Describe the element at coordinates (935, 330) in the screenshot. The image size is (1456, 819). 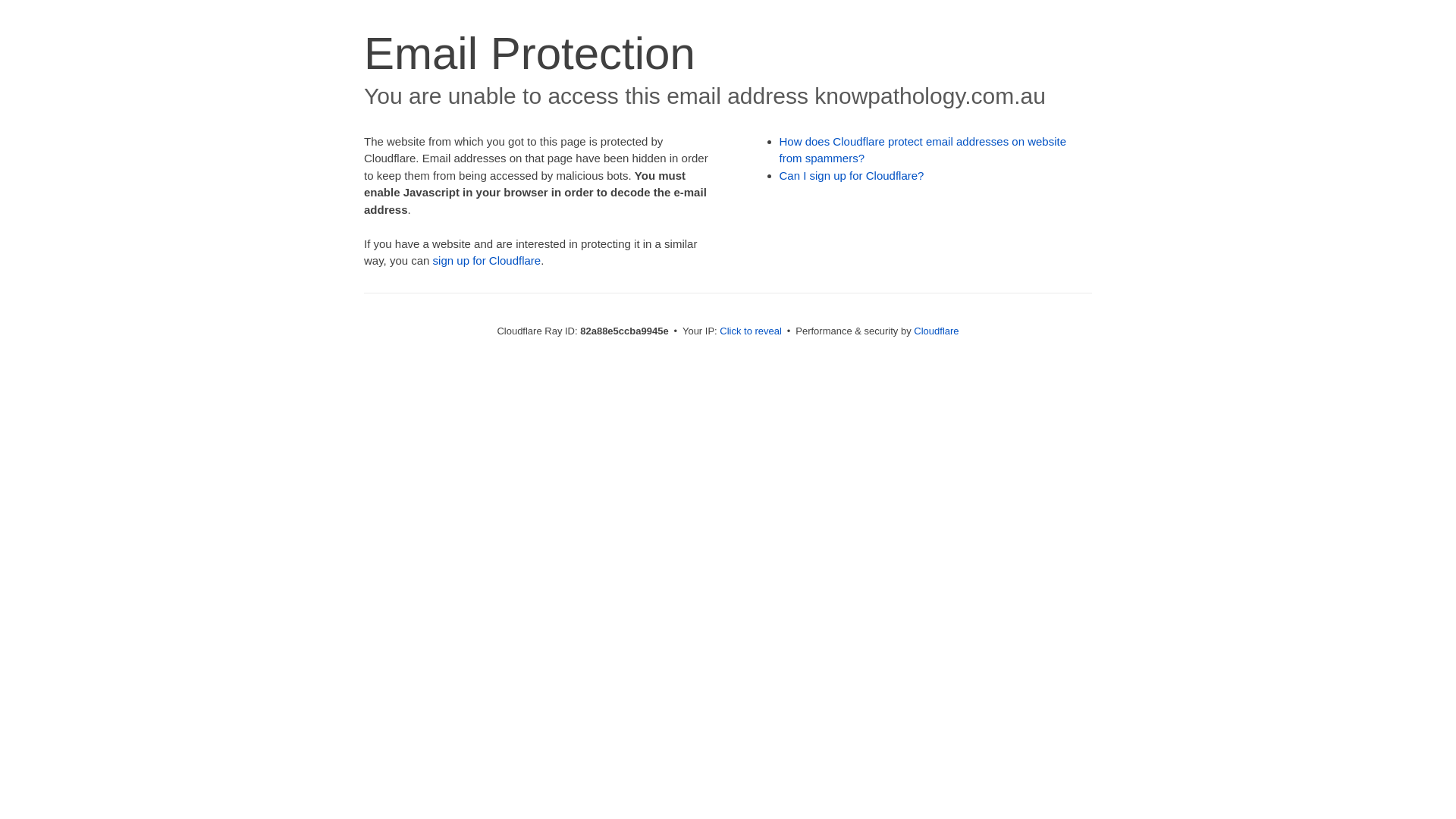
I see `'Cloudflare'` at that location.